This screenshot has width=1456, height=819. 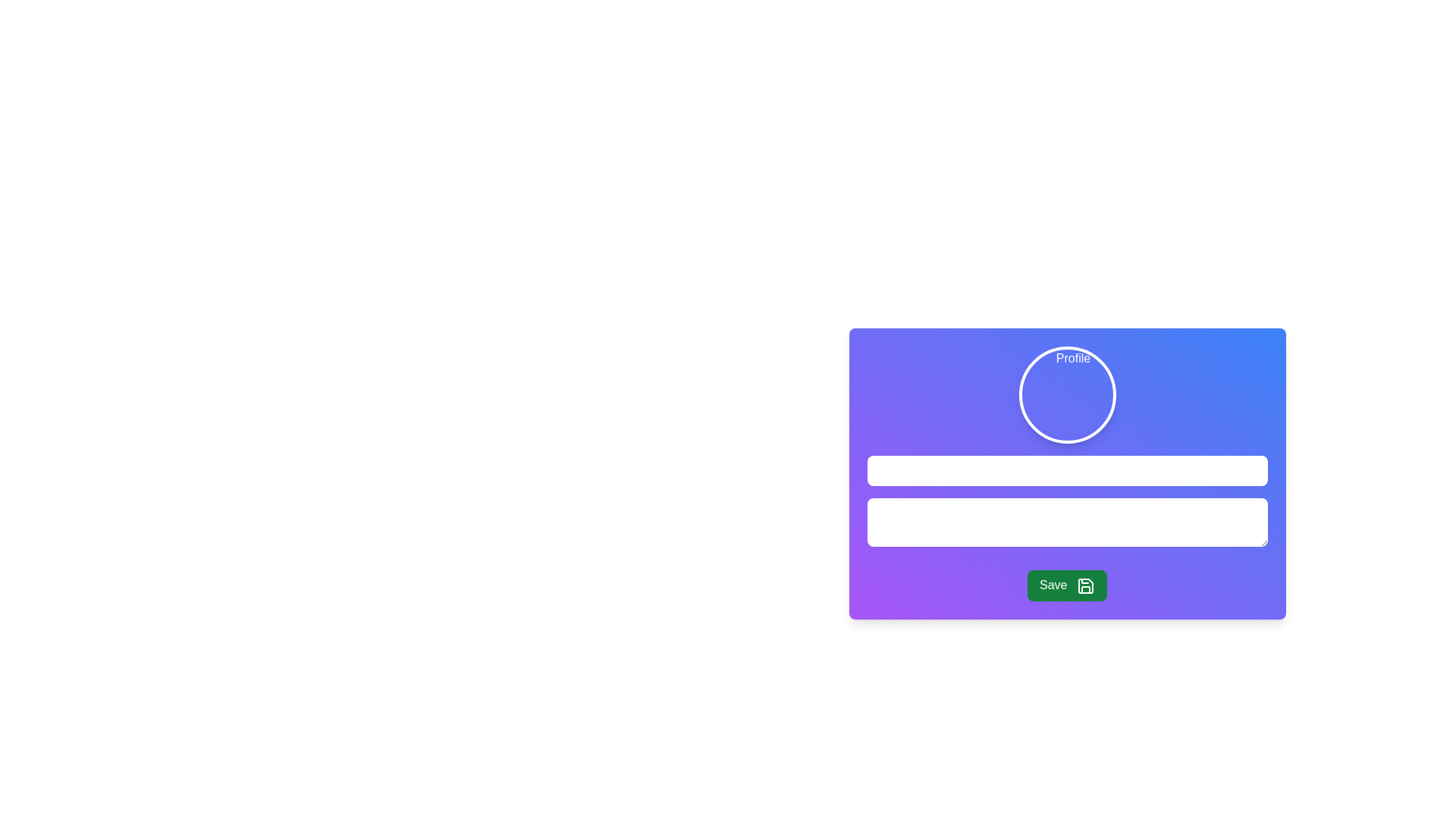 What do you see at coordinates (1084, 585) in the screenshot?
I see `the save icon located to the right of the 'Save' button text label` at bounding box center [1084, 585].